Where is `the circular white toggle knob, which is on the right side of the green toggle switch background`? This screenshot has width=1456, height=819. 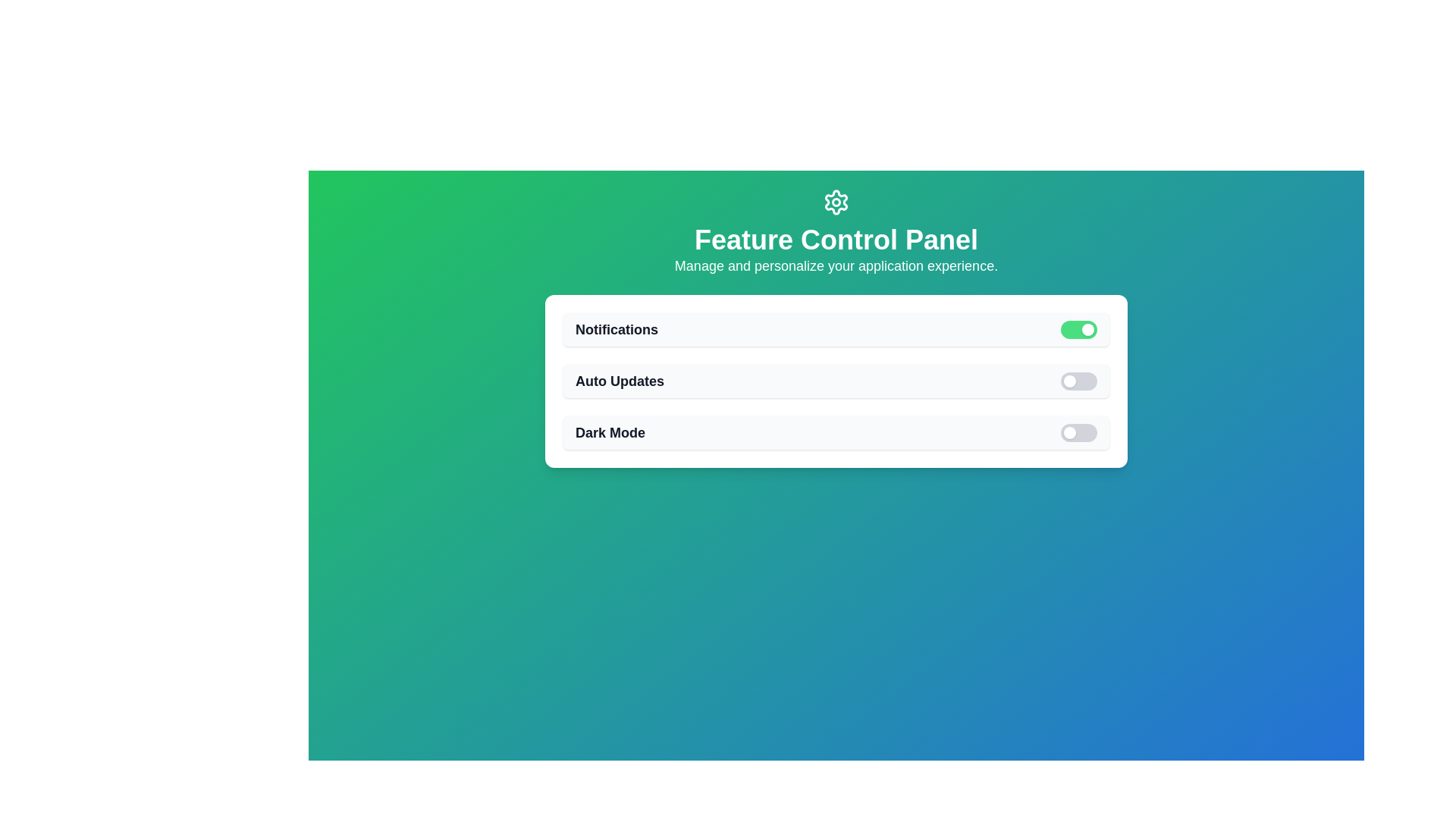 the circular white toggle knob, which is on the right side of the green toggle switch background is located at coordinates (1087, 329).